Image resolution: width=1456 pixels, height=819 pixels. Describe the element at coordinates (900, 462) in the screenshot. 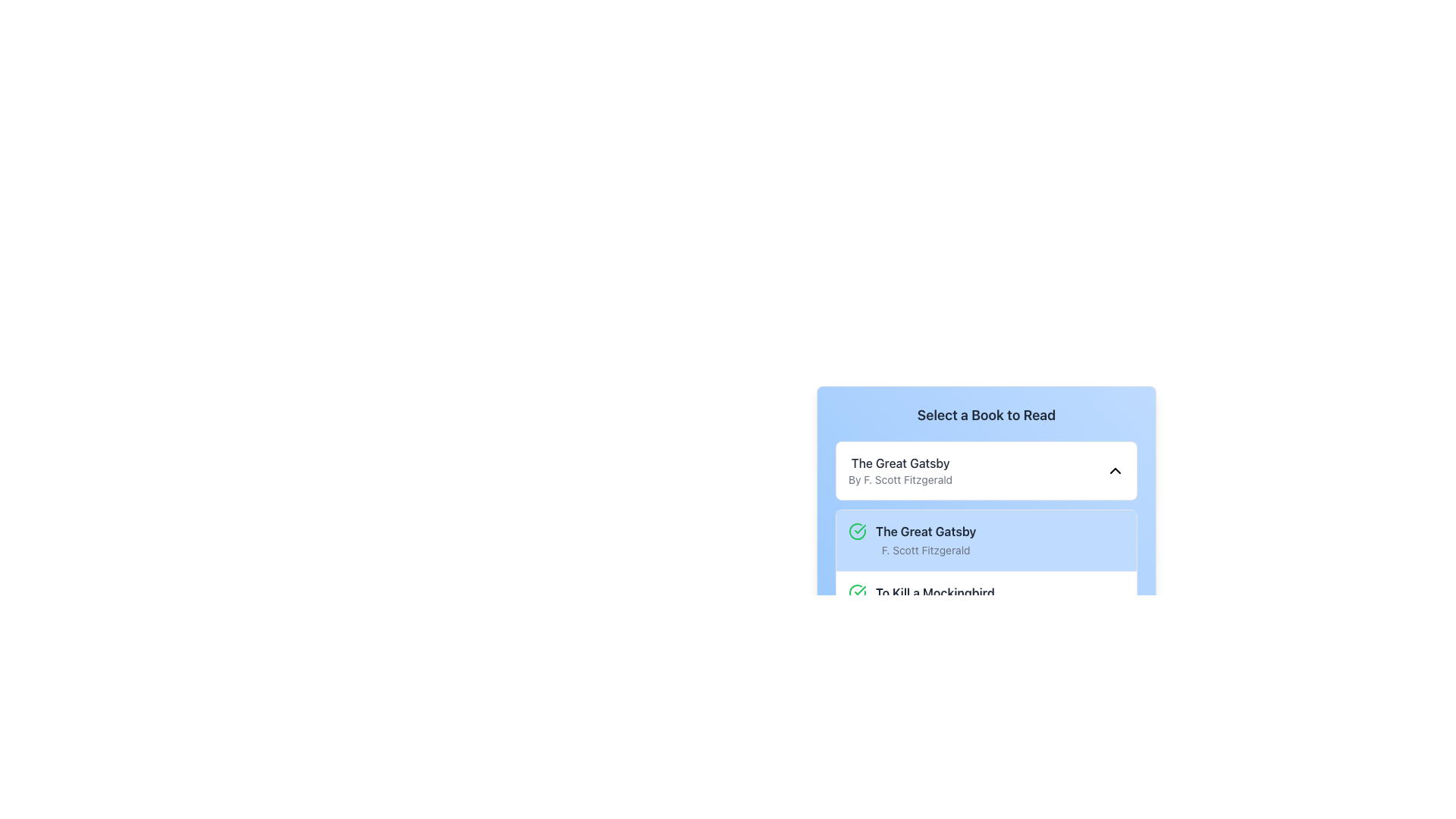

I see `the text label displaying the title 'The Great Gatsby' in bold, dark gray font, which is located above the author's name 'By F. Scott Fitzgerald' within the dropdown section below 'Select a Book to Read.'` at that location.